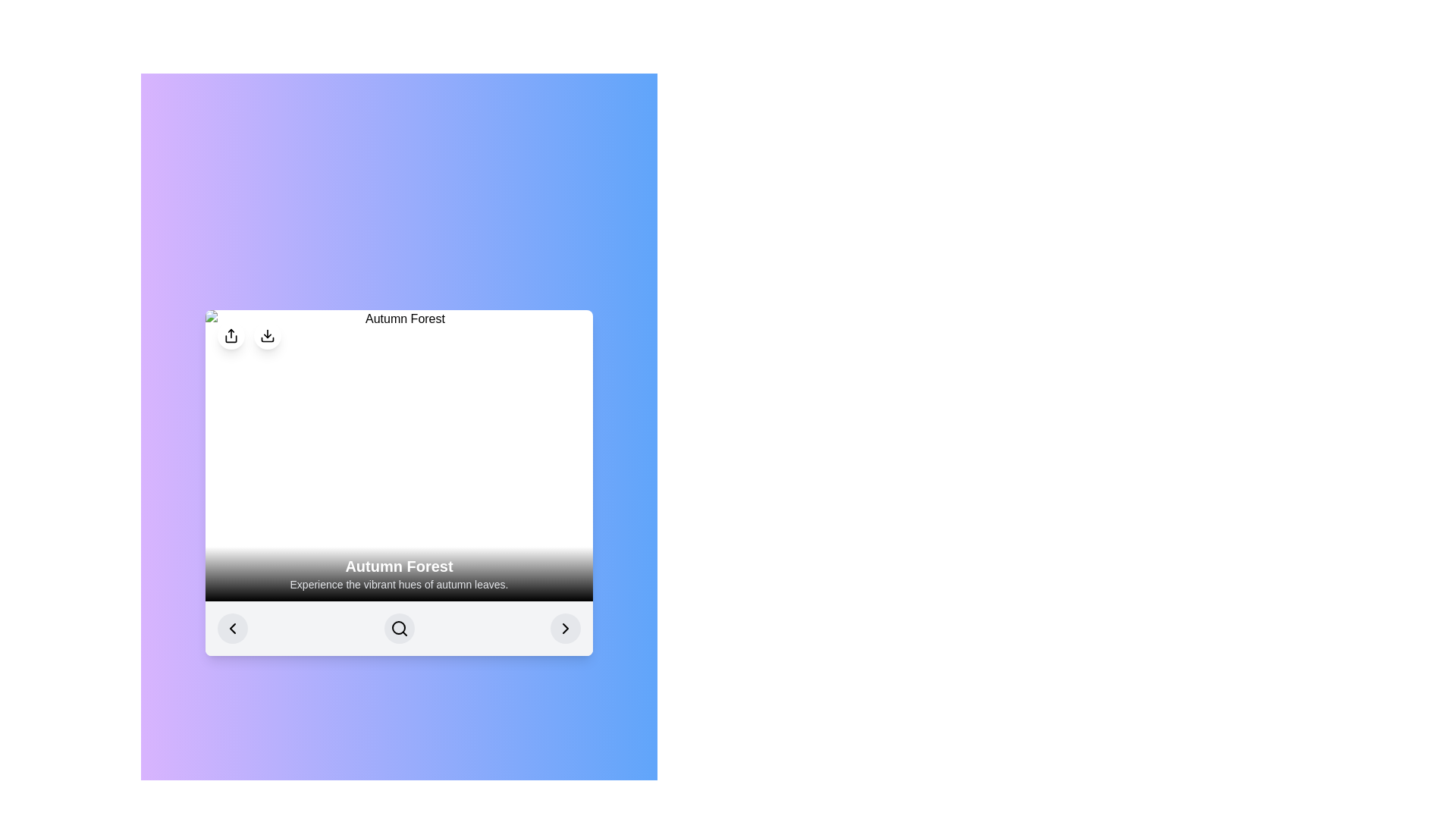  What do you see at coordinates (399, 566) in the screenshot?
I see `text content of the prominent title labeled 'Autumn Forest', which is styled in bold white text on a gradient background` at bounding box center [399, 566].